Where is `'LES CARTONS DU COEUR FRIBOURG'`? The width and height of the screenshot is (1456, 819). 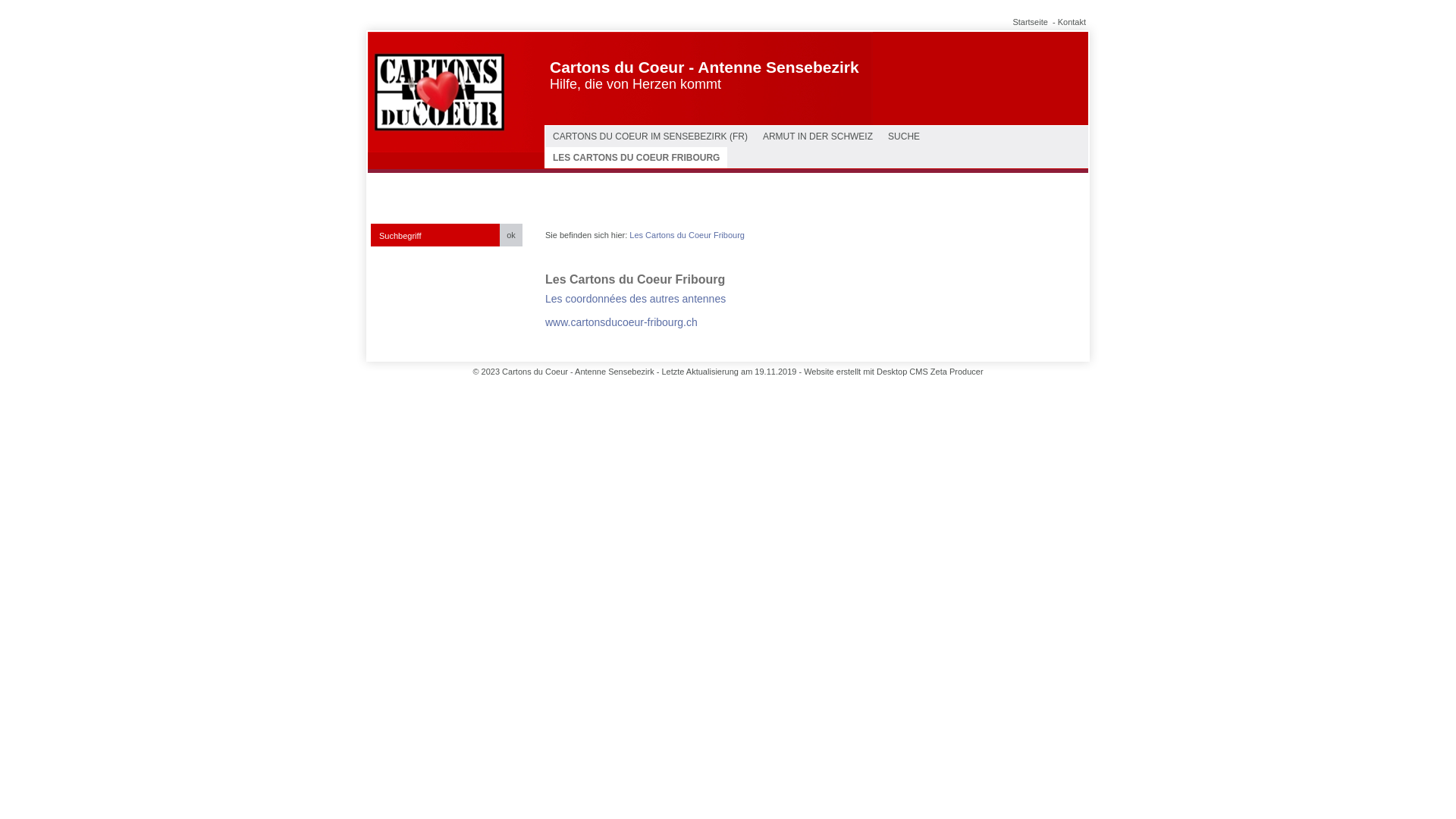
'LES CARTONS DU COEUR FRIBOURG' is located at coordinates (636, 158).